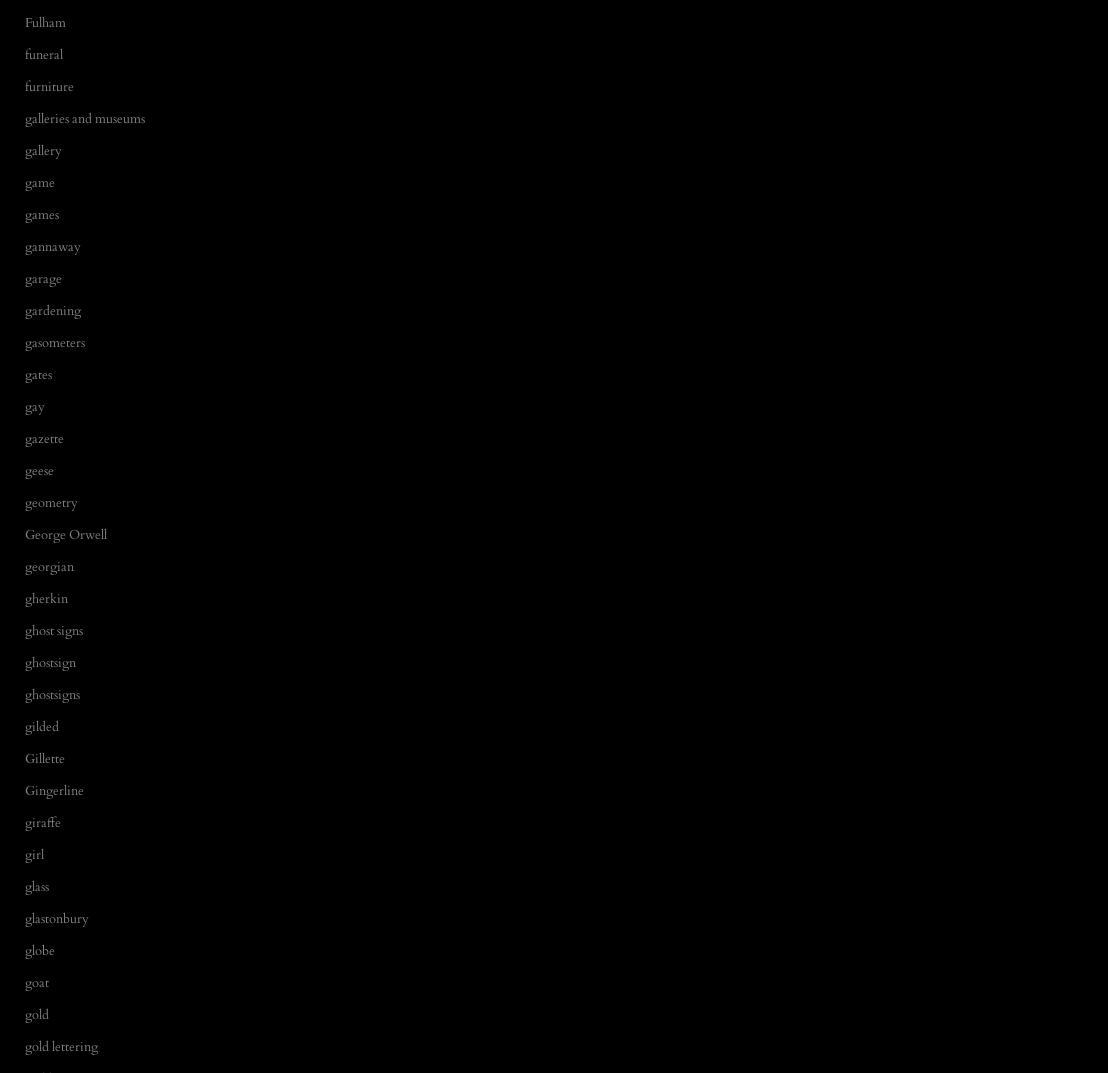 This screenshot has height=1073, width=1108. I want to click on 'gannaway', so click(51, 245).